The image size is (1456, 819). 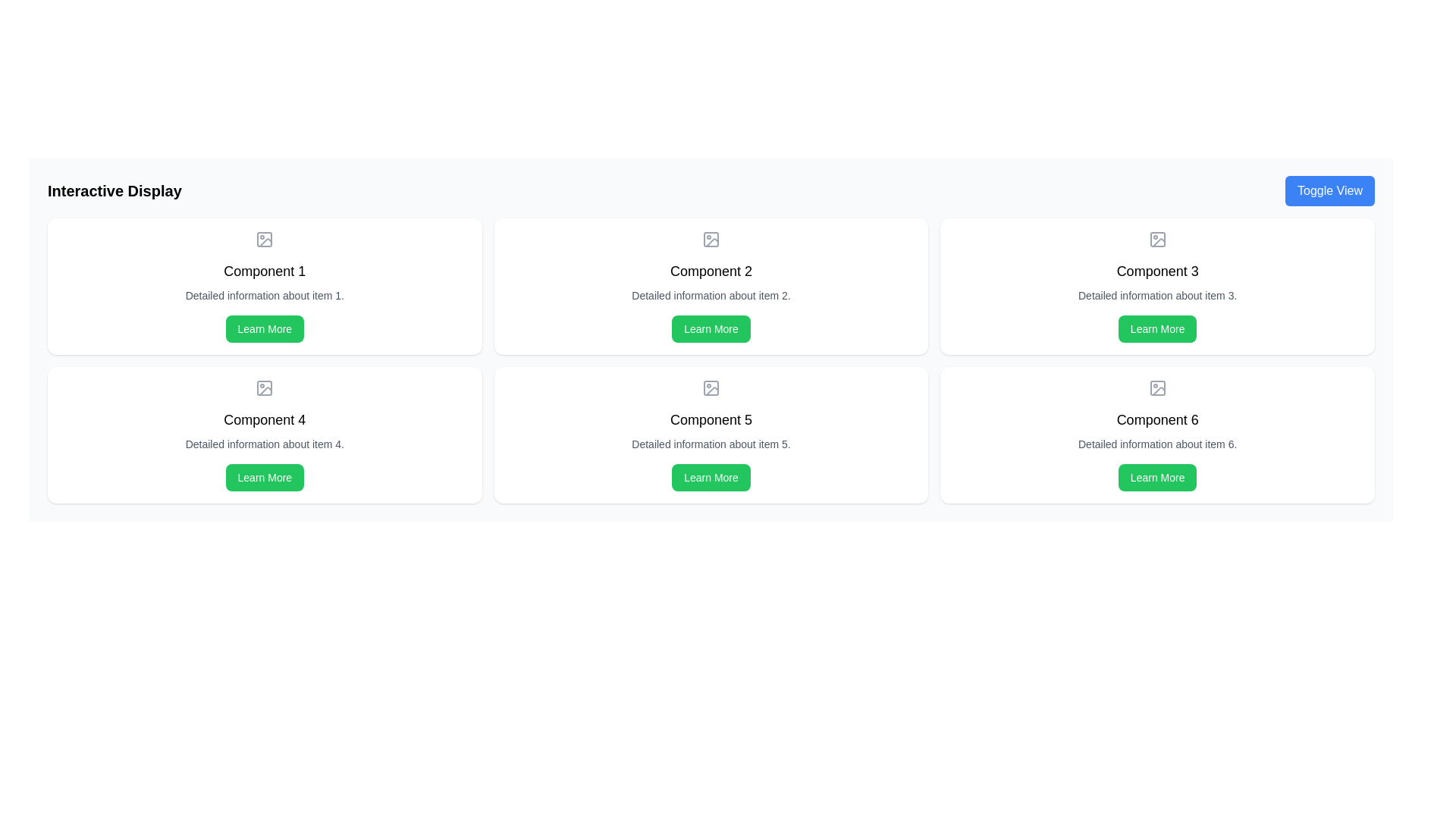 I want to click on the text label displaying 'Component 5', which is styled in a larger font size and centered alignment, located in the middle card of the second row in the grid layout, so click(x=710, y=420).